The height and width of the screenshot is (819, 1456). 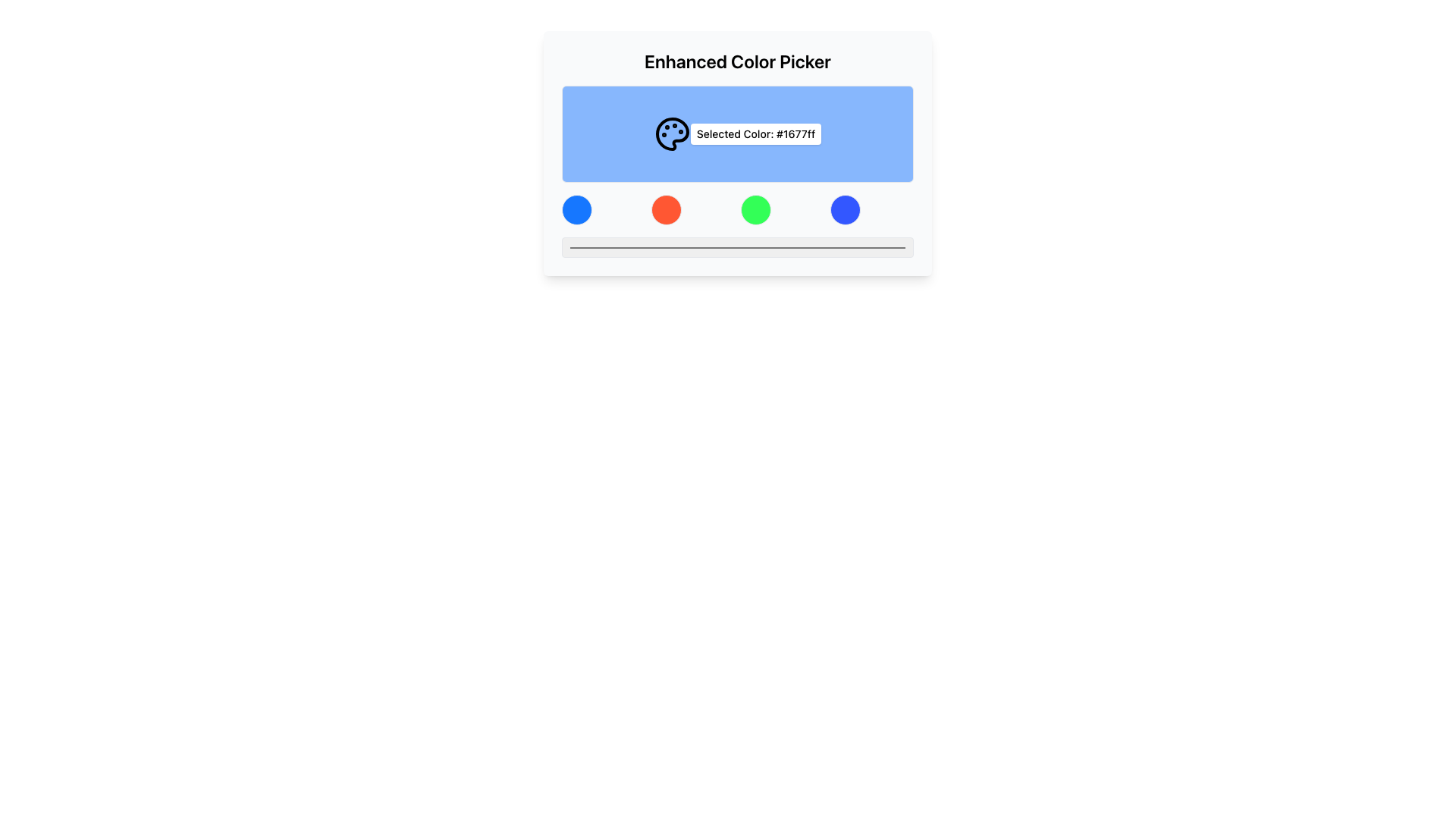 What do you see at coordinates (868, 246) in the screenshot?
I see `the slider` at bounding box center [868, 246].